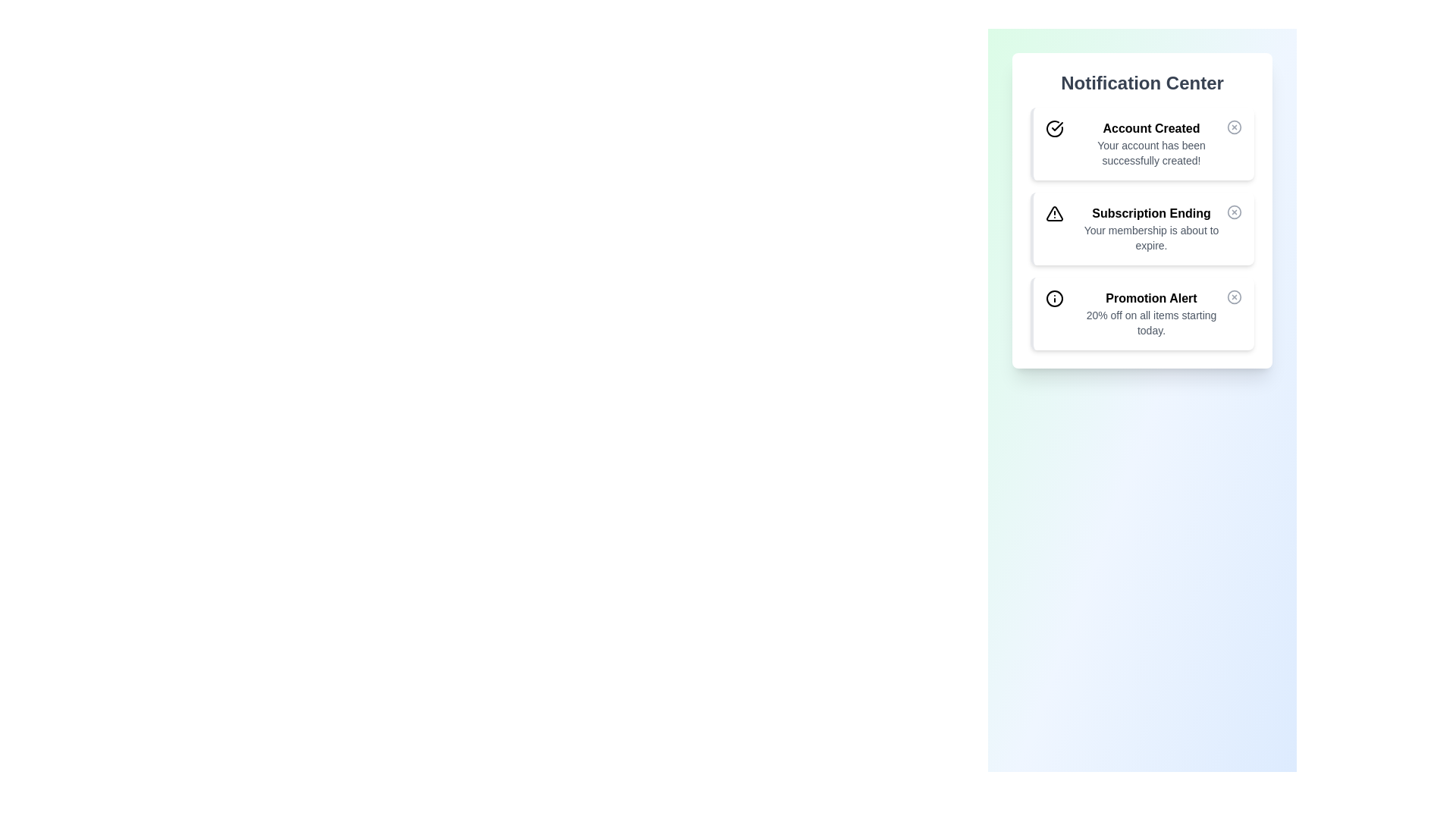 This screenshot has height=819, width=1456. What do you see at coordinates (1151, 143) in the screenshot?
I see `the success notification text display in the Notification Center, which confirms the account creation process was successful and is located within a green-bordered notification box` at bounding box center [1151, 143].